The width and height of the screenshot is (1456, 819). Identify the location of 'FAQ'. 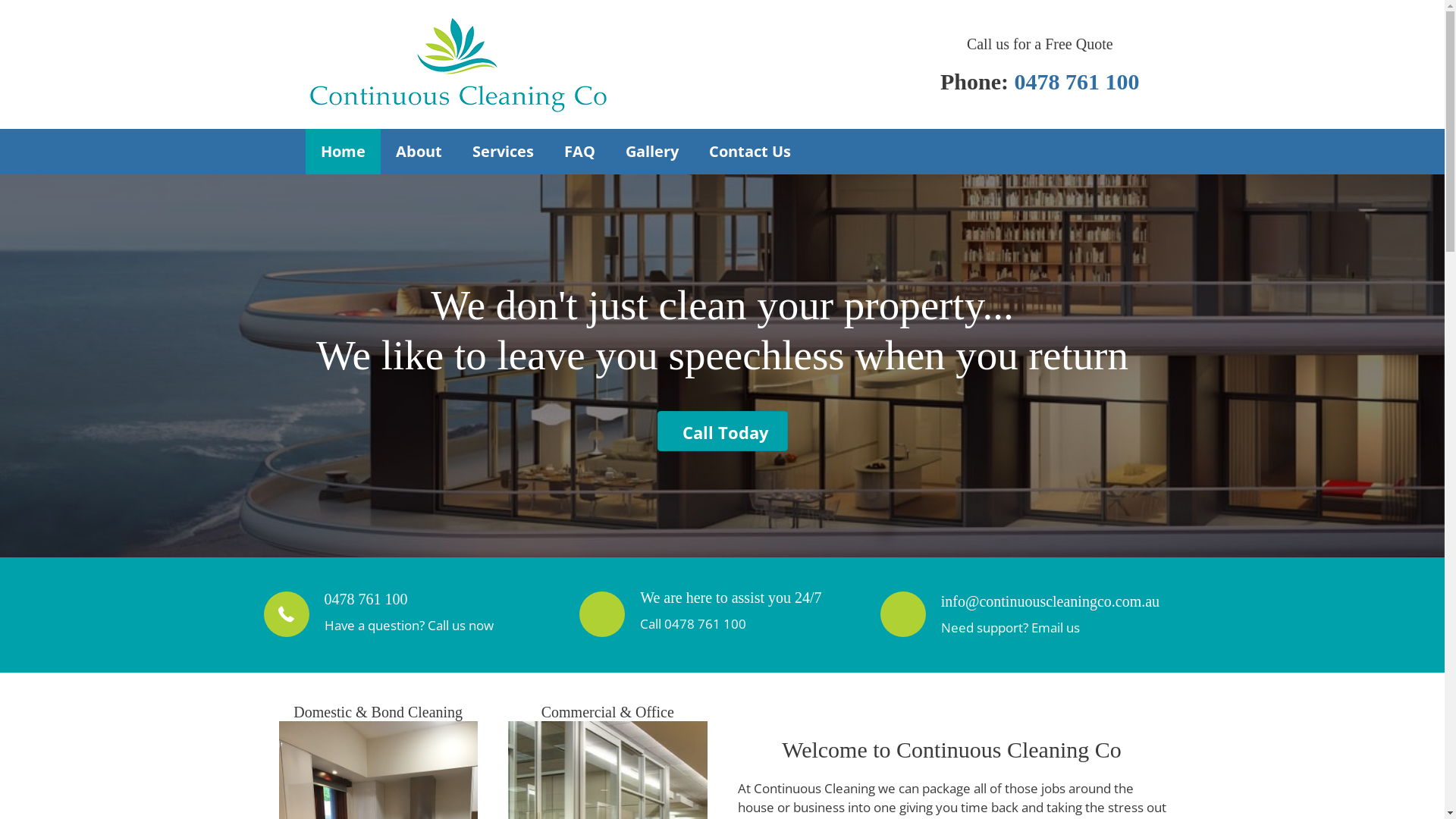
(579, 152).